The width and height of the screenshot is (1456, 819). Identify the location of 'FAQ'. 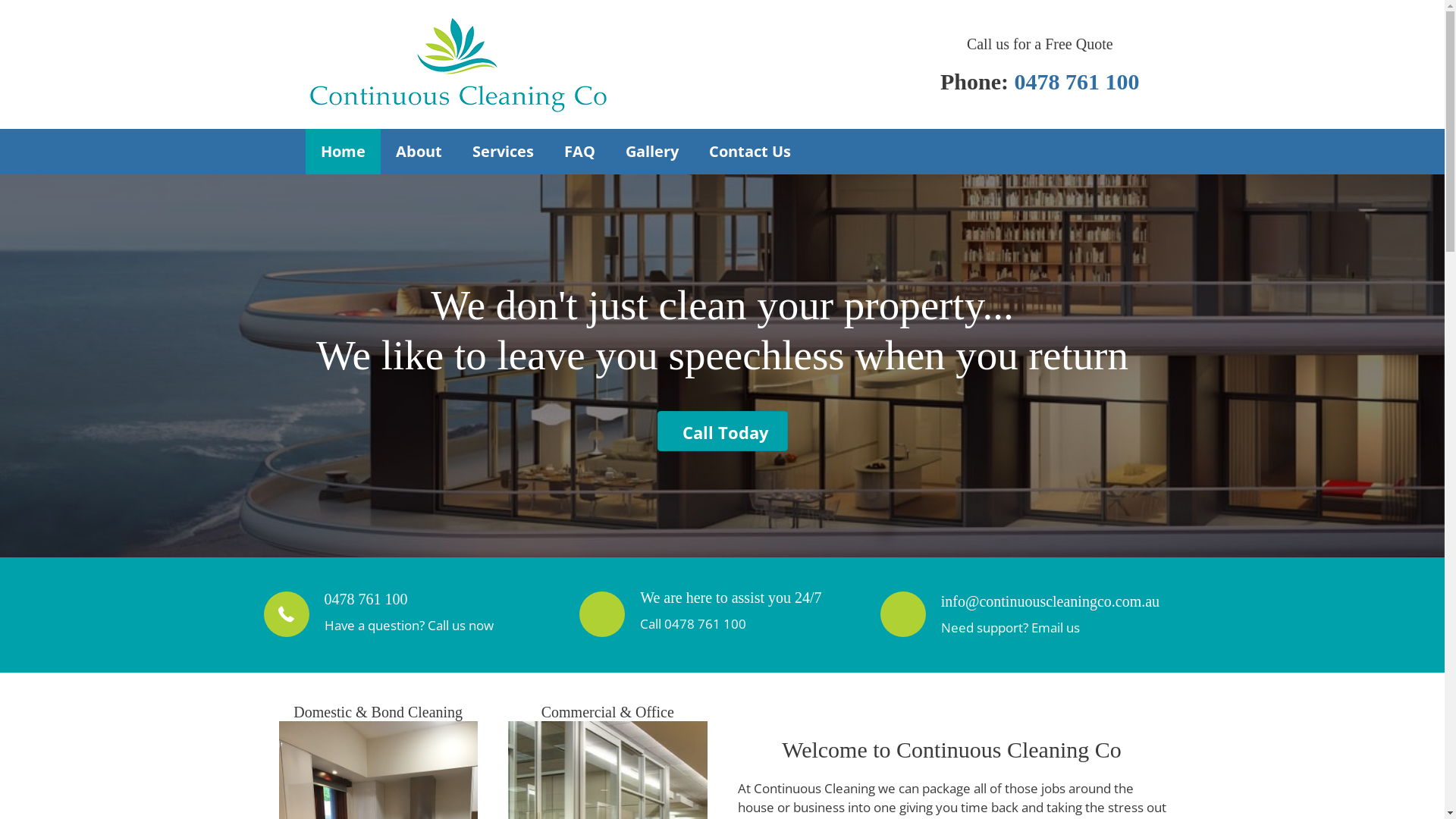
(579, 152).